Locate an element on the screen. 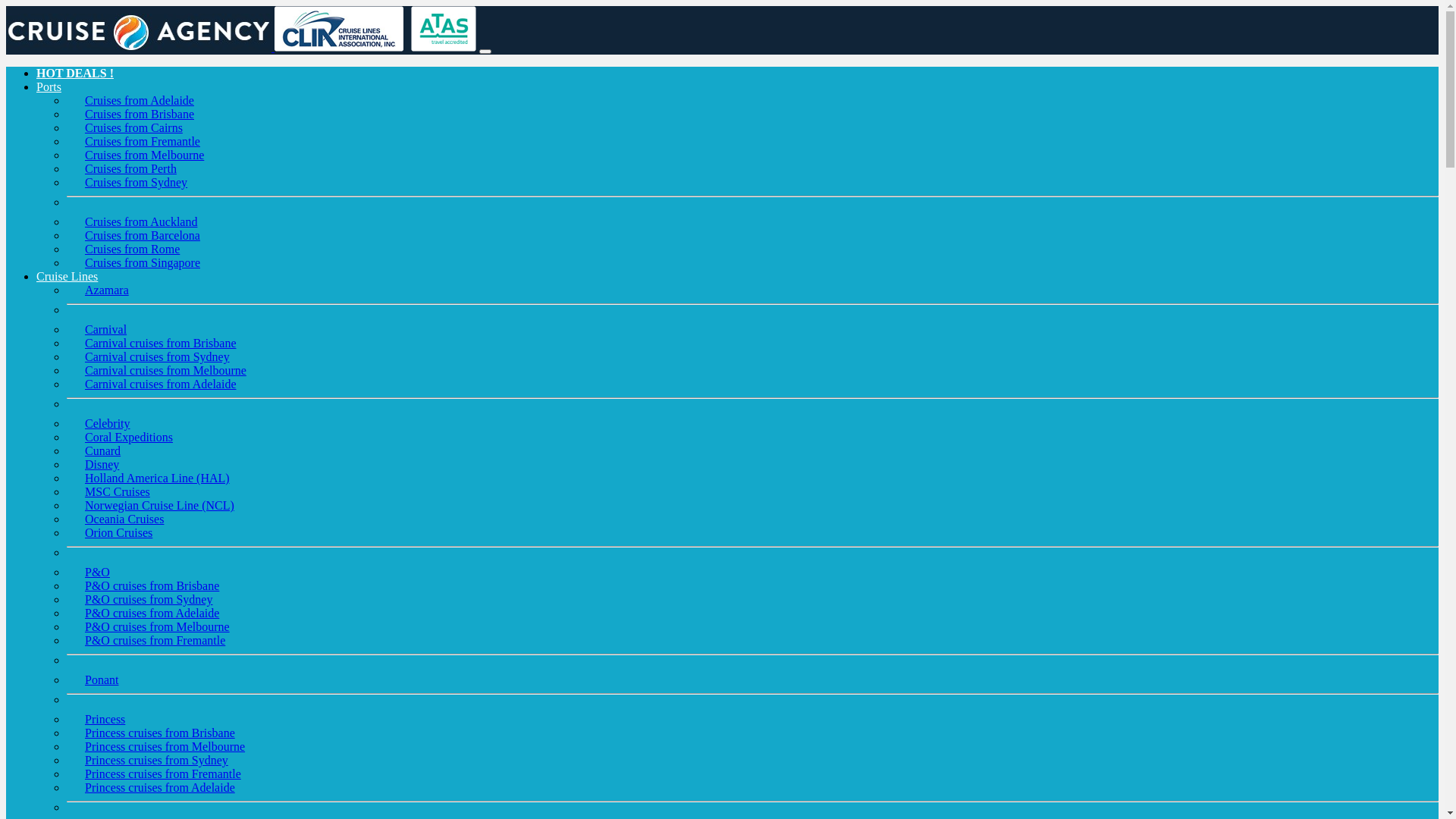  'P&O cruises from Sydney' is located at coordinates (149, 598).